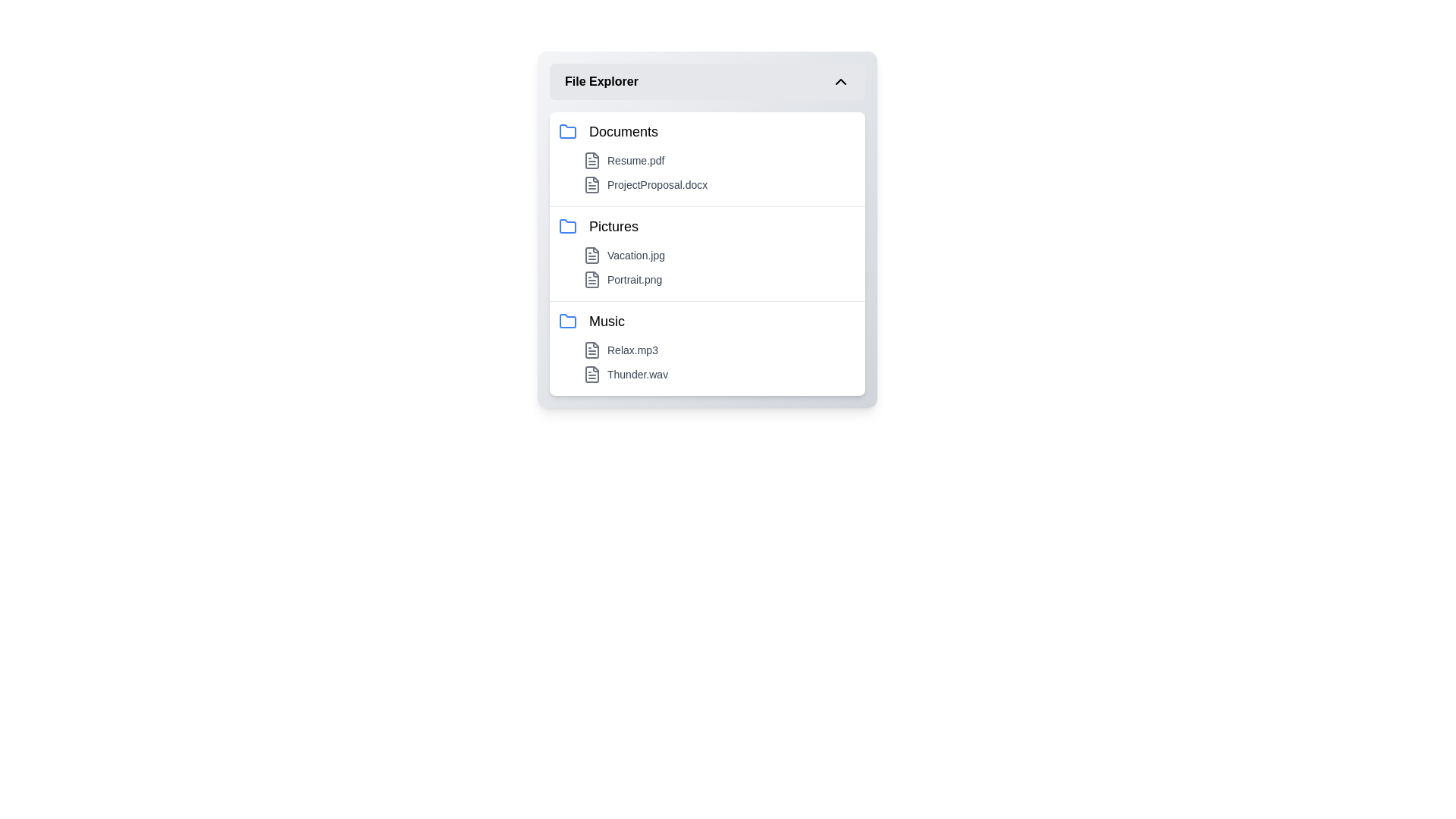 This screenshot has height=819, width=1456. What do you see at coordinates (719, 254) in the screenshot?
I see `the file named Vacation.jpg to select it` at bounding box center [719, 254].